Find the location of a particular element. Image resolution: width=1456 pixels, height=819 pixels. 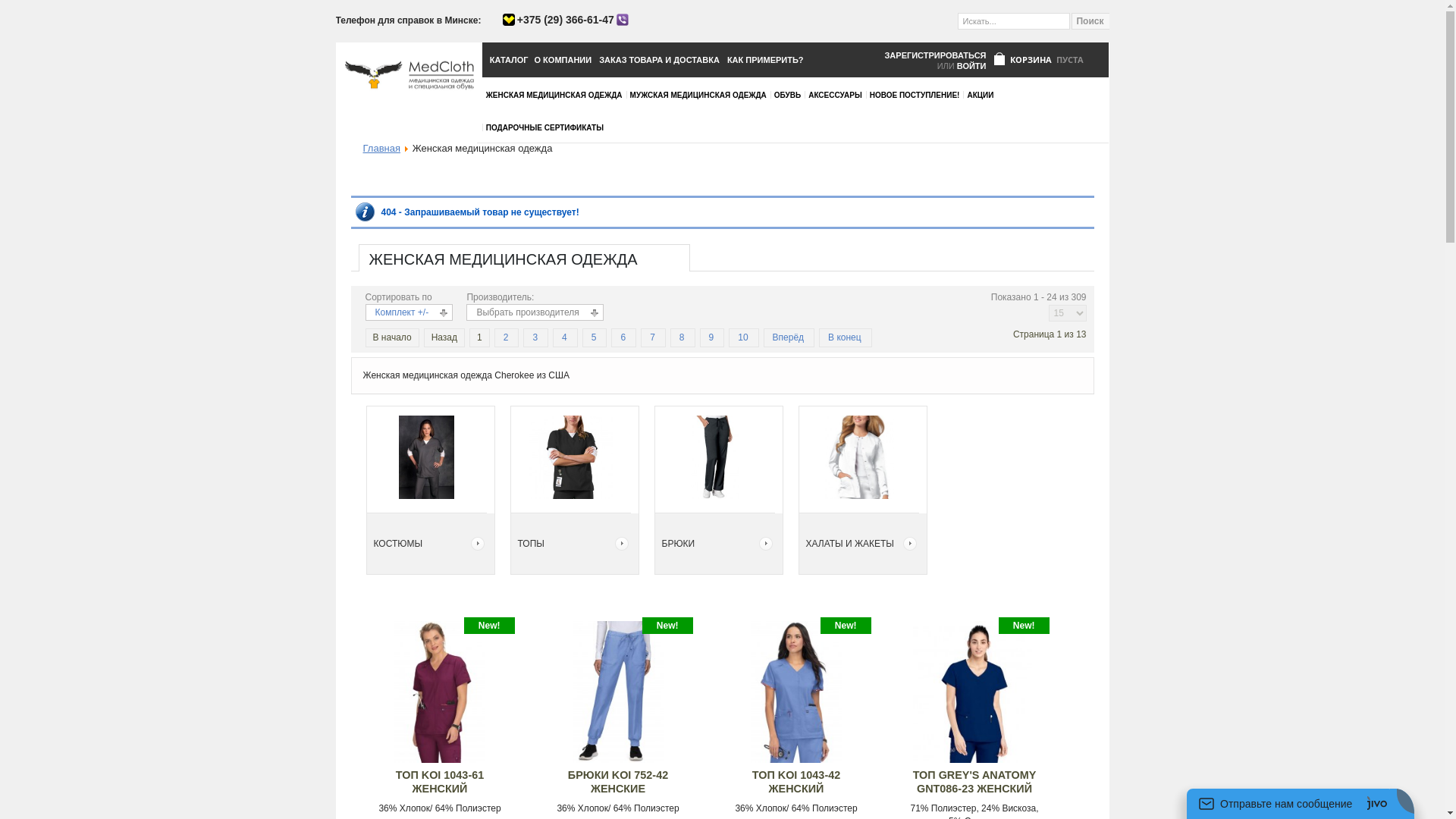

'4' is located at coordinates (563, 336).